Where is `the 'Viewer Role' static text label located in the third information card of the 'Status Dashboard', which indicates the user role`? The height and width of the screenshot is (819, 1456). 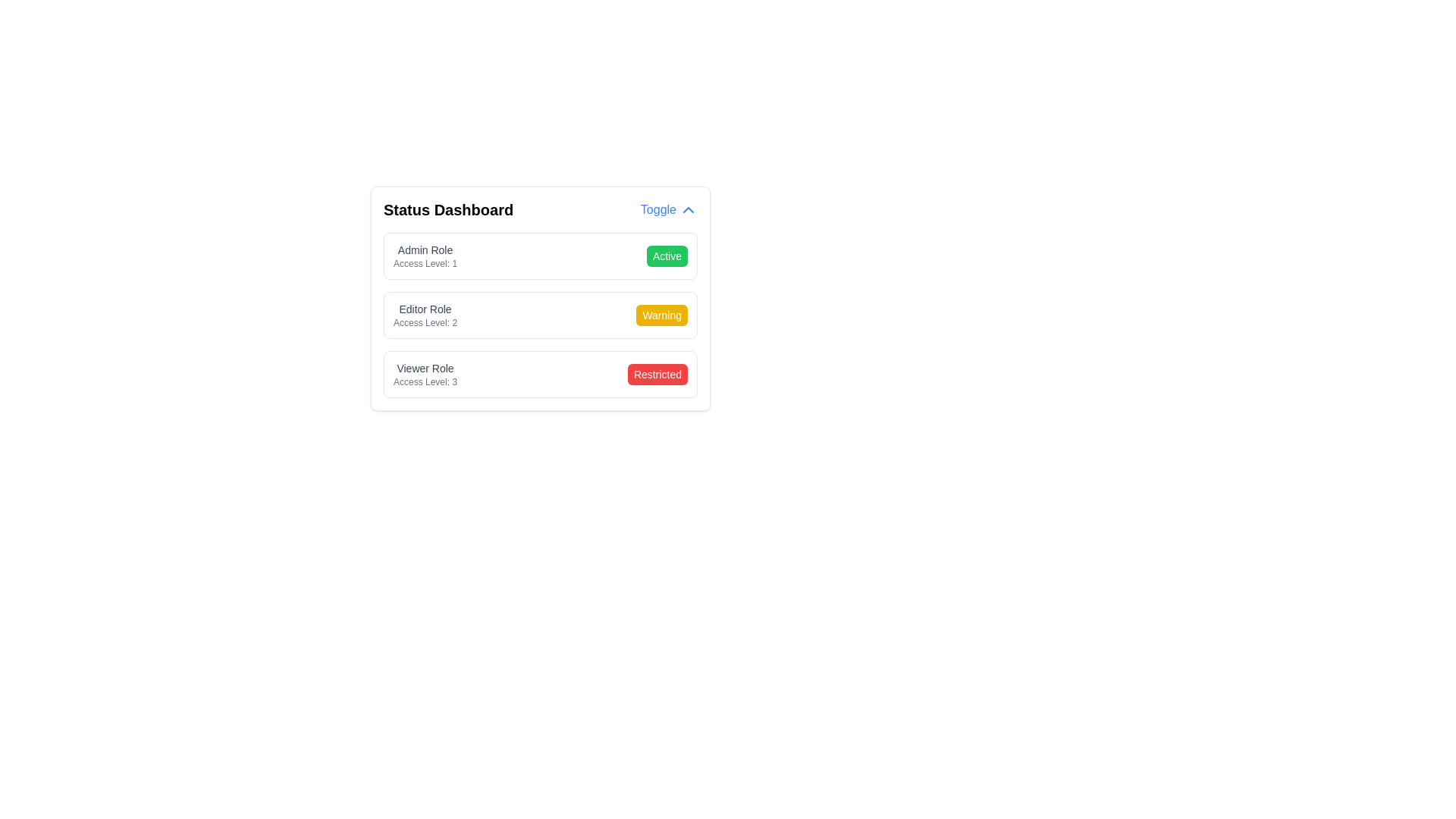
the 'Viewer Role' static text label located in the third information card of the 'Status Dashboard', which indicates the user role is located at coordinates (425, 369).